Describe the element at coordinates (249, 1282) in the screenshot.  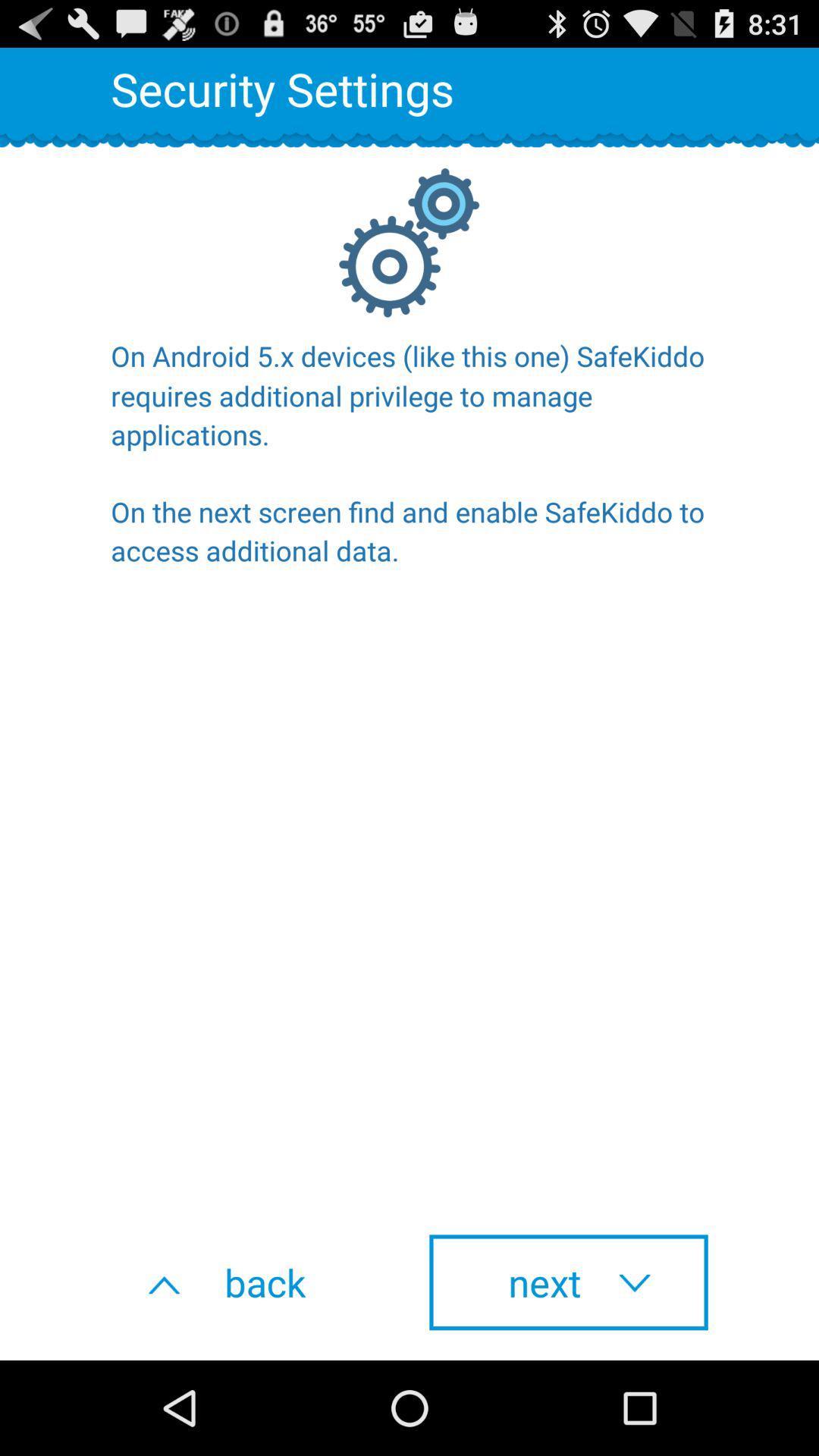
I see `back button` at that location.